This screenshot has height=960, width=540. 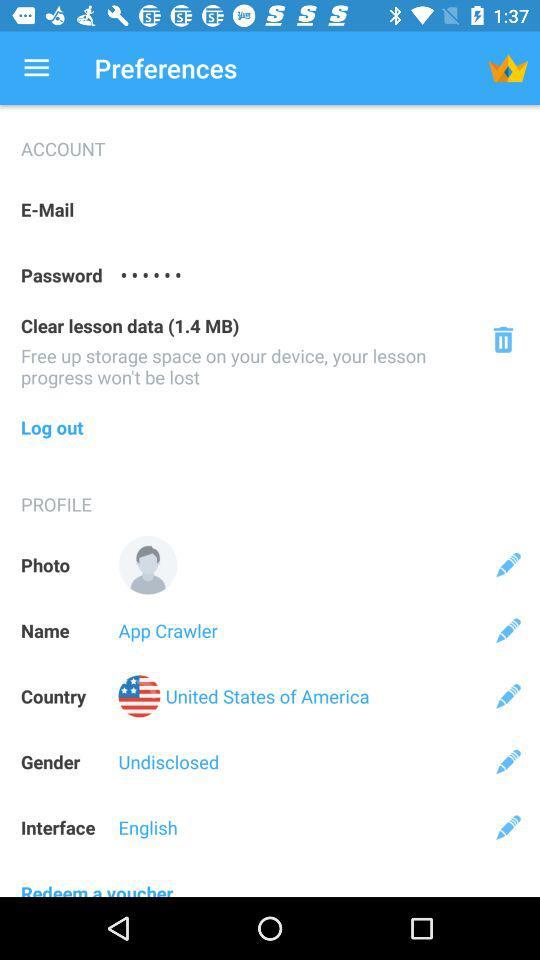 What do you see at coordinates (508, 696) in the screenshot?
I see `the edit icon` at bounding box center [508, 696].